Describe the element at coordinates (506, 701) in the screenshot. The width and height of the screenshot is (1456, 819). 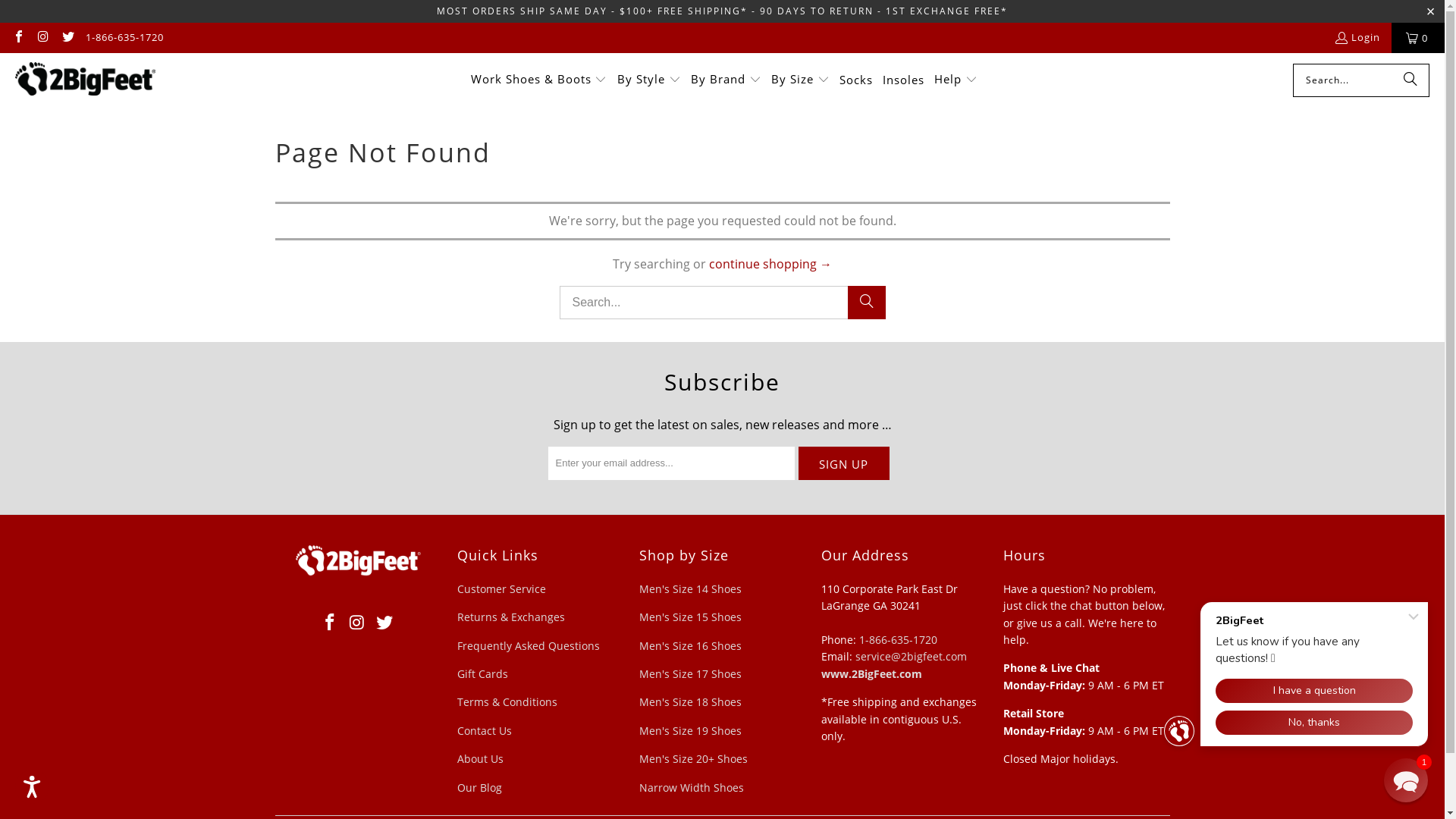
I see `'Terms & Conditions'` at that location.